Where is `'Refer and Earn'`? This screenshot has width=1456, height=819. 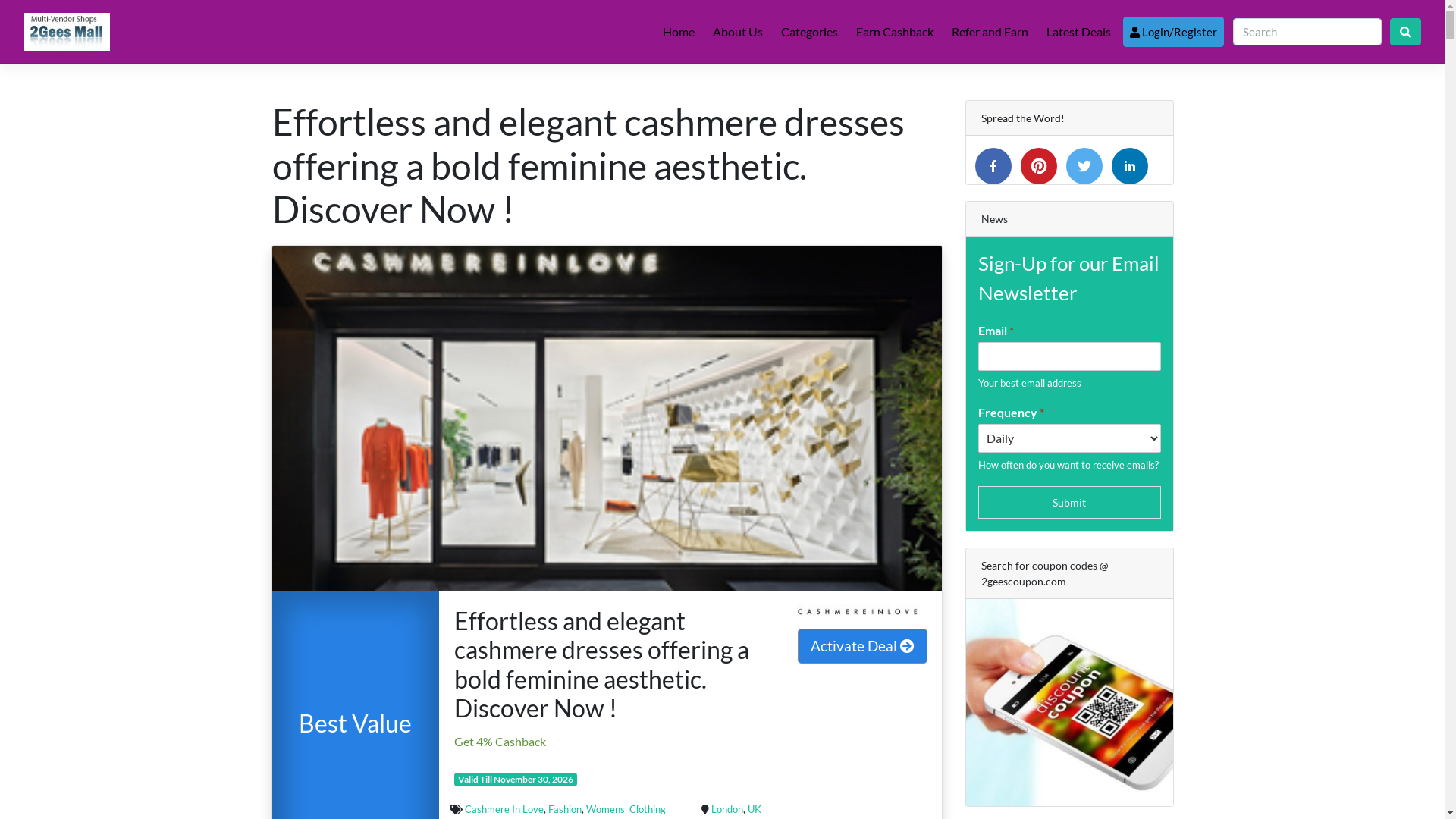 'Refer and Earn' is located at coordinates (990, 32).